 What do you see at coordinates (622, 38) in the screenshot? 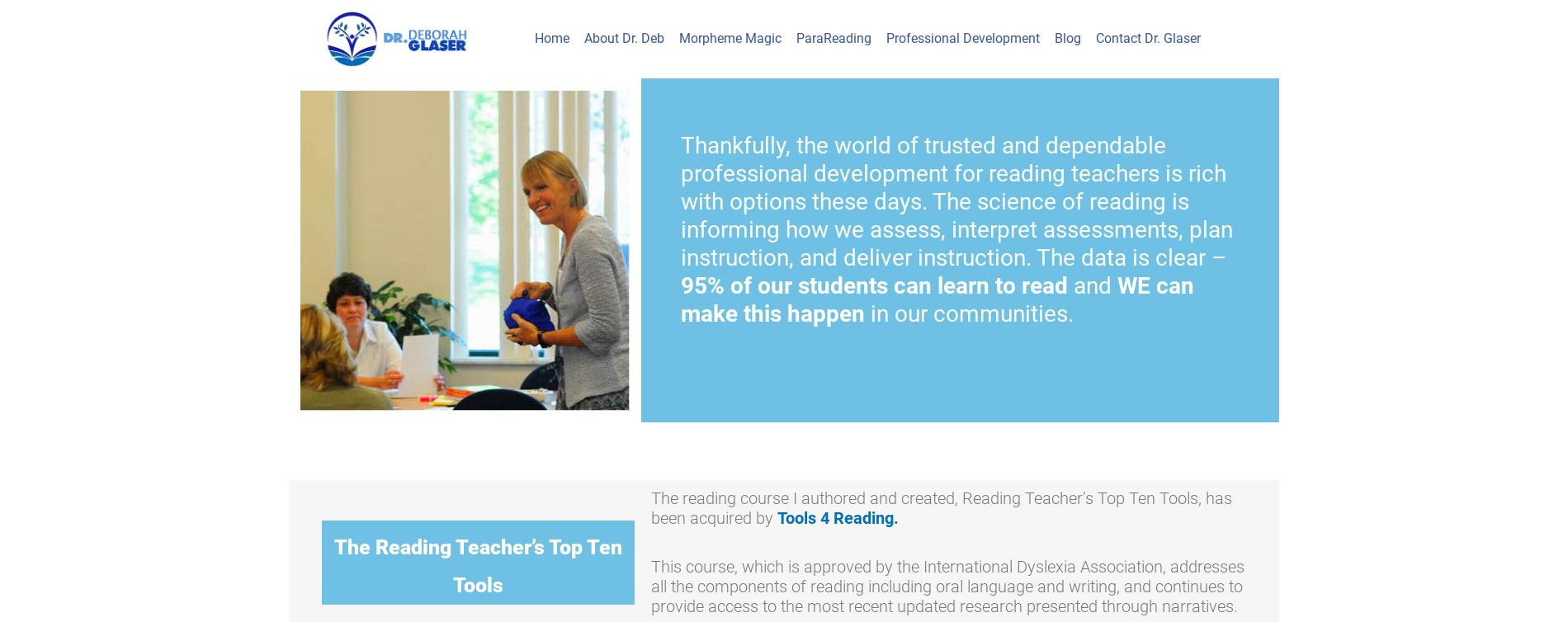
I see `'About Dr. Deb'` at bounding box center [622, 38].